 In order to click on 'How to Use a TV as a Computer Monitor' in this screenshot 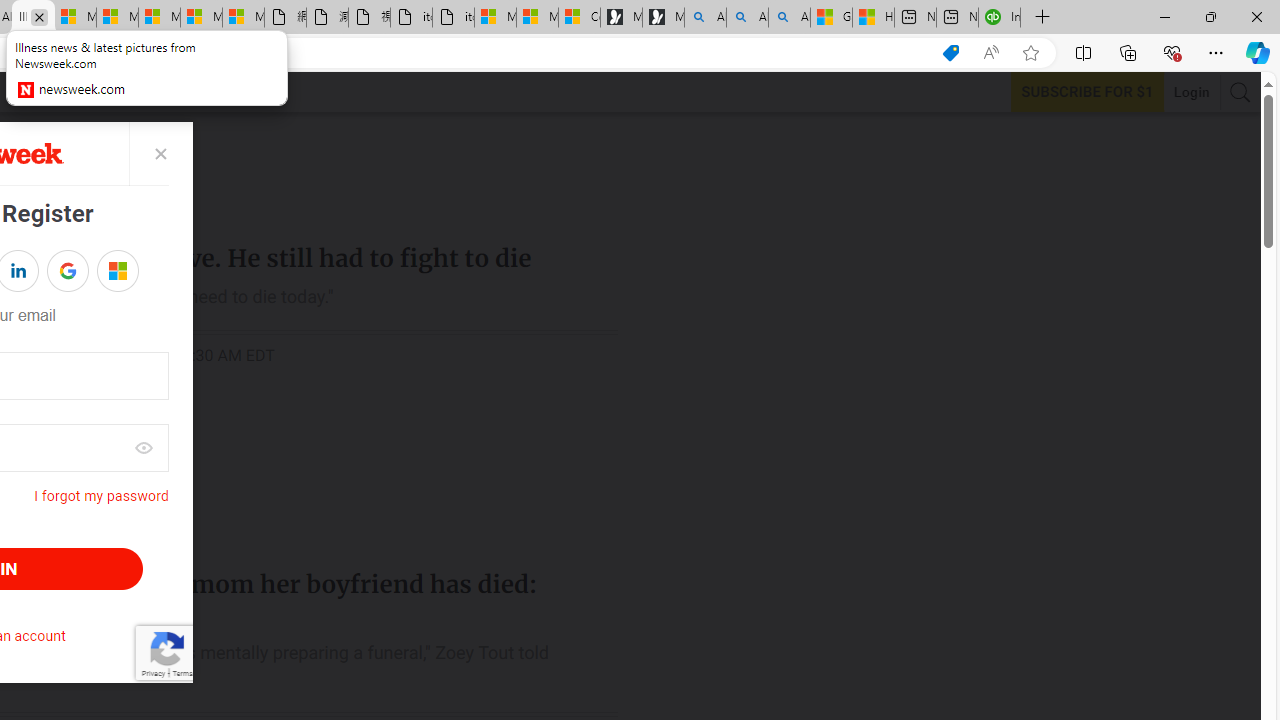, I will do `click(872, 17)`.